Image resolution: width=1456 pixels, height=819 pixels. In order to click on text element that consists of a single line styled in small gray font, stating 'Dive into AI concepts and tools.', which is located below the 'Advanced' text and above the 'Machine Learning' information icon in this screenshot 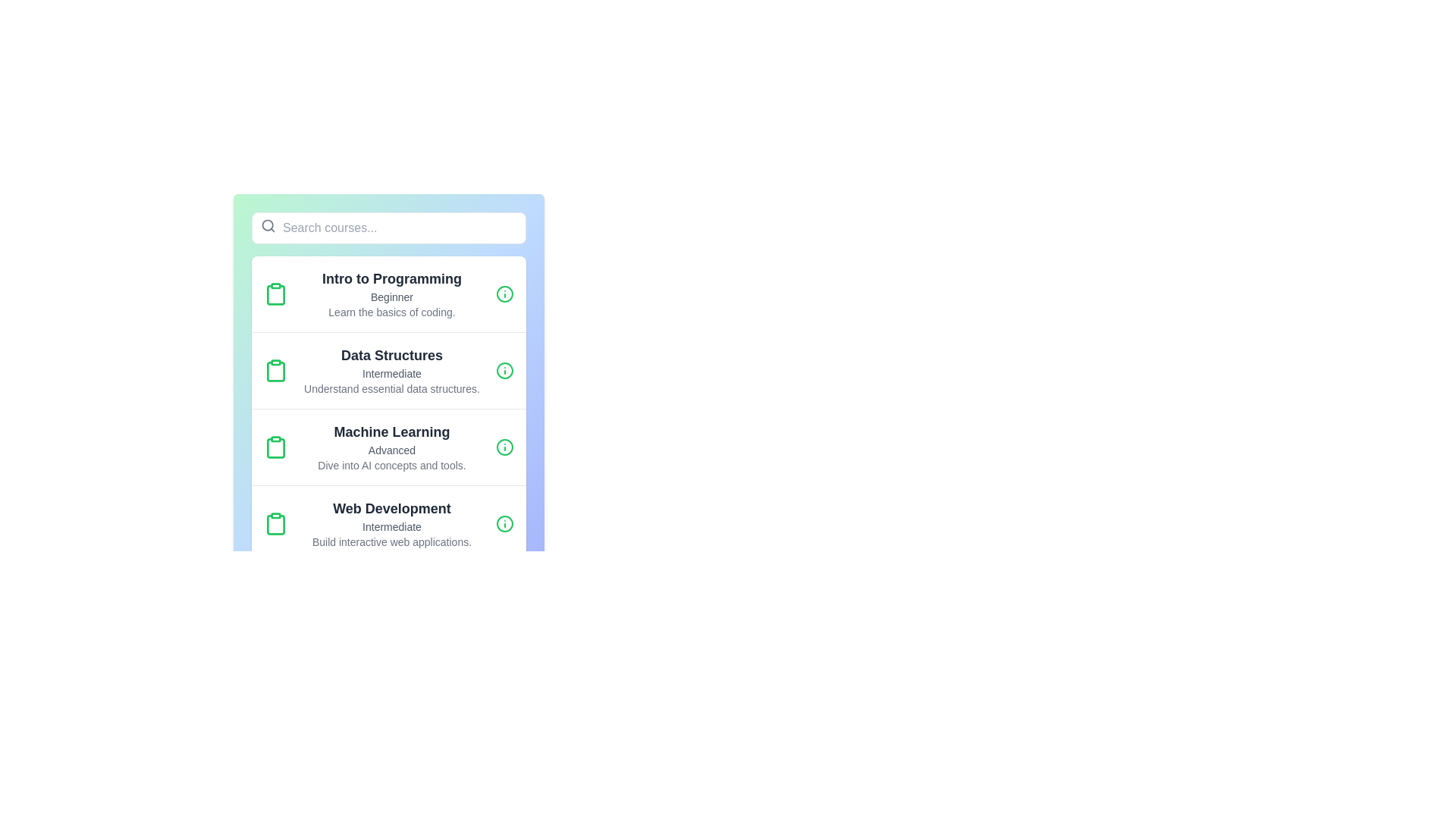, I will do `click(392, 464)`.